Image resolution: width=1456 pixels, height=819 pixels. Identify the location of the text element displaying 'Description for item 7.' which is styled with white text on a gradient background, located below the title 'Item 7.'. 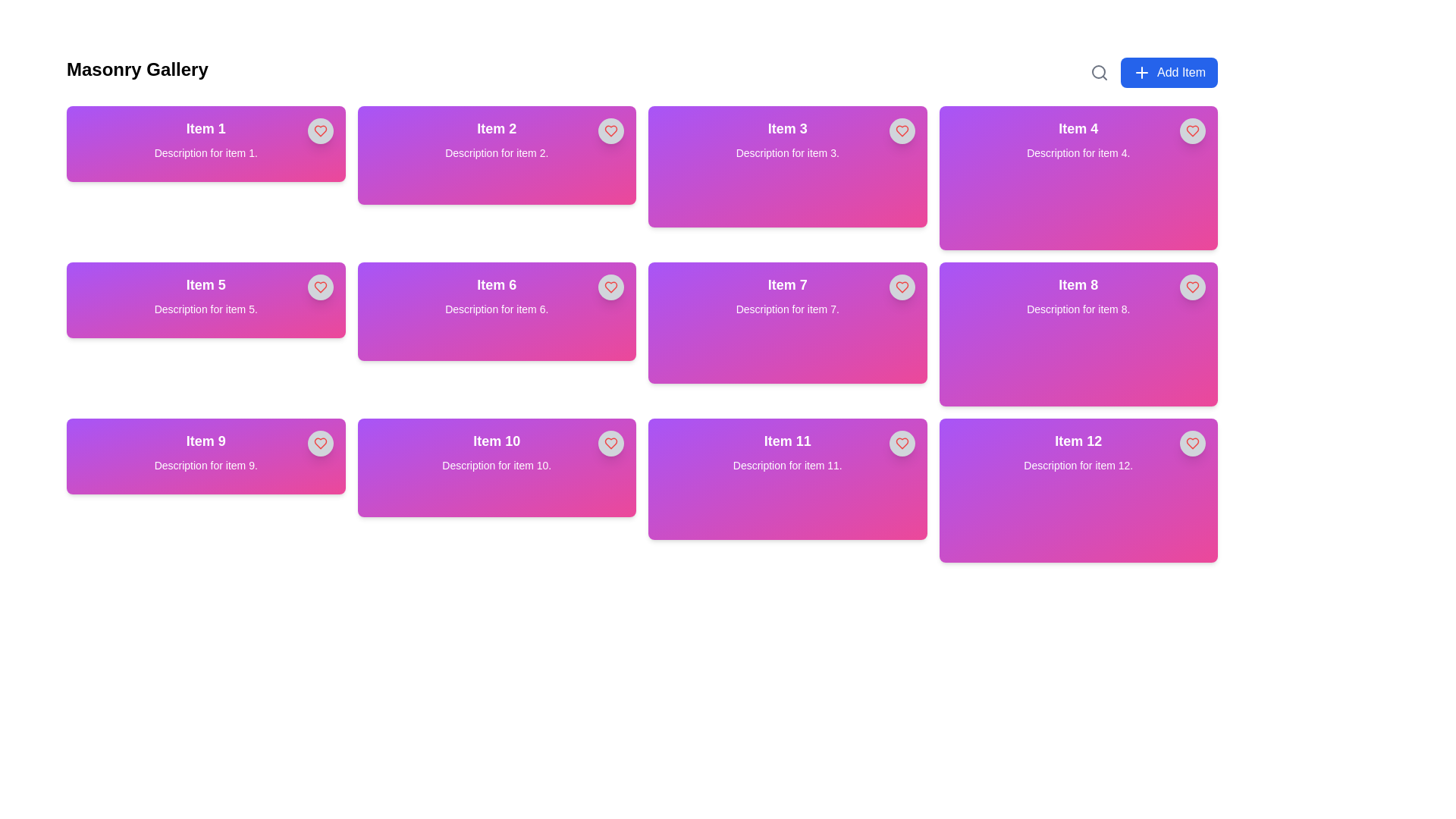
(787, 309).